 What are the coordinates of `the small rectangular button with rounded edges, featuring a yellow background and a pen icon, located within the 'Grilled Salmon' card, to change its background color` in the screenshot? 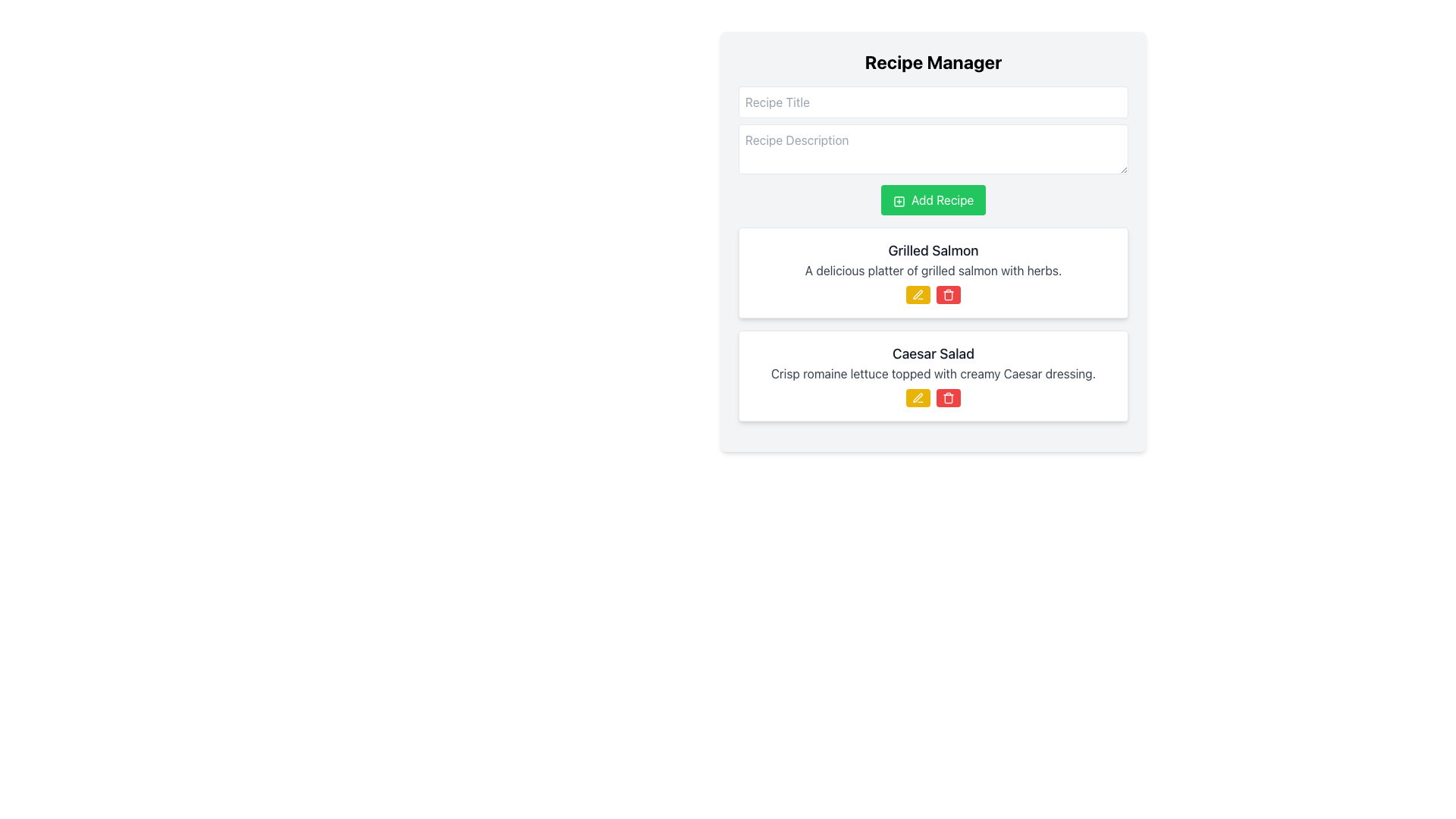 It's located at (917, 295).